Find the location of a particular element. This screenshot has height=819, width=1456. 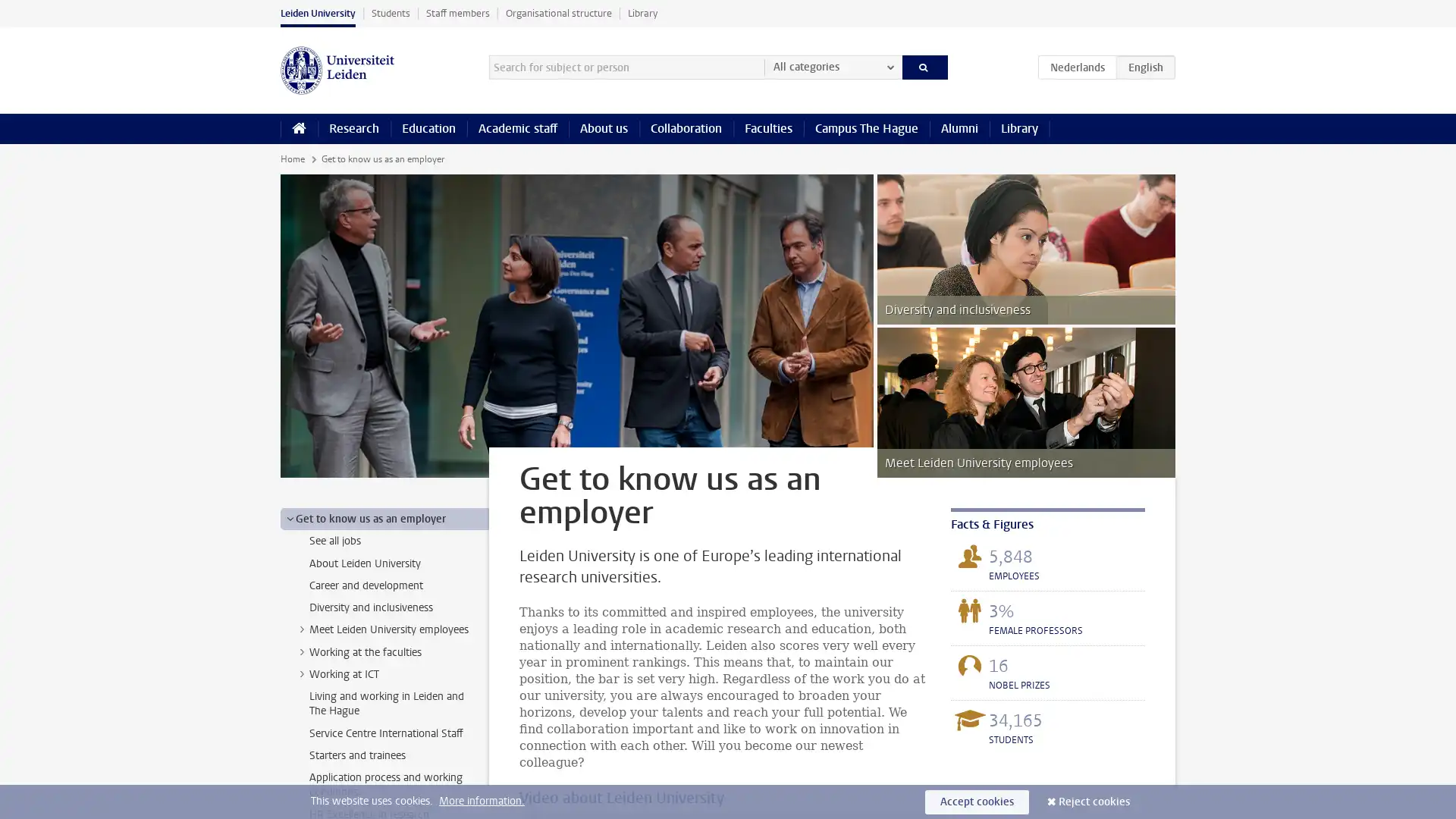

> is located at coordinates (302, 651).